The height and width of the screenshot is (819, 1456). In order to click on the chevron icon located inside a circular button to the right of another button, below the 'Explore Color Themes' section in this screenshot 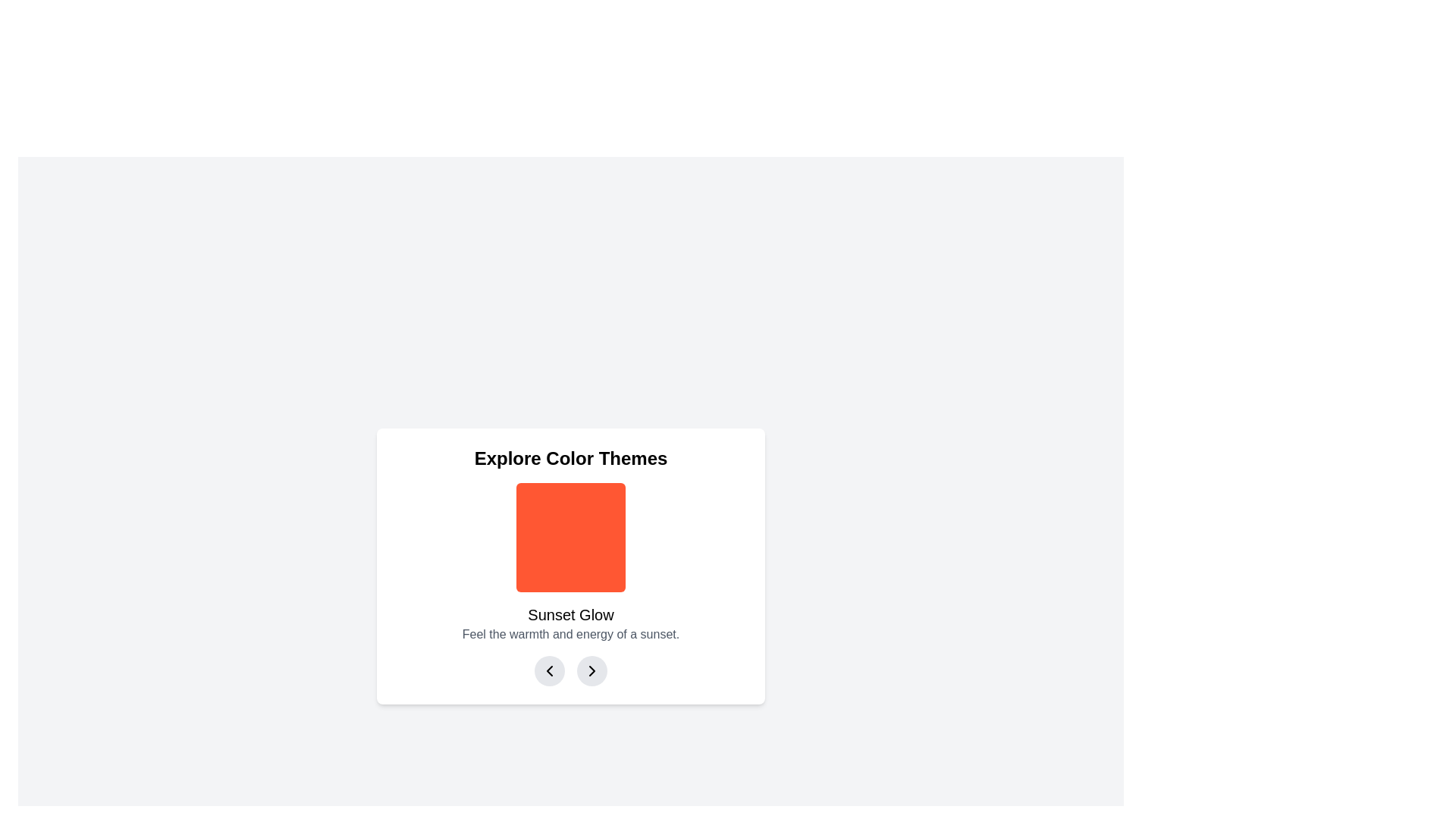, I will do `click(591, 670)`.